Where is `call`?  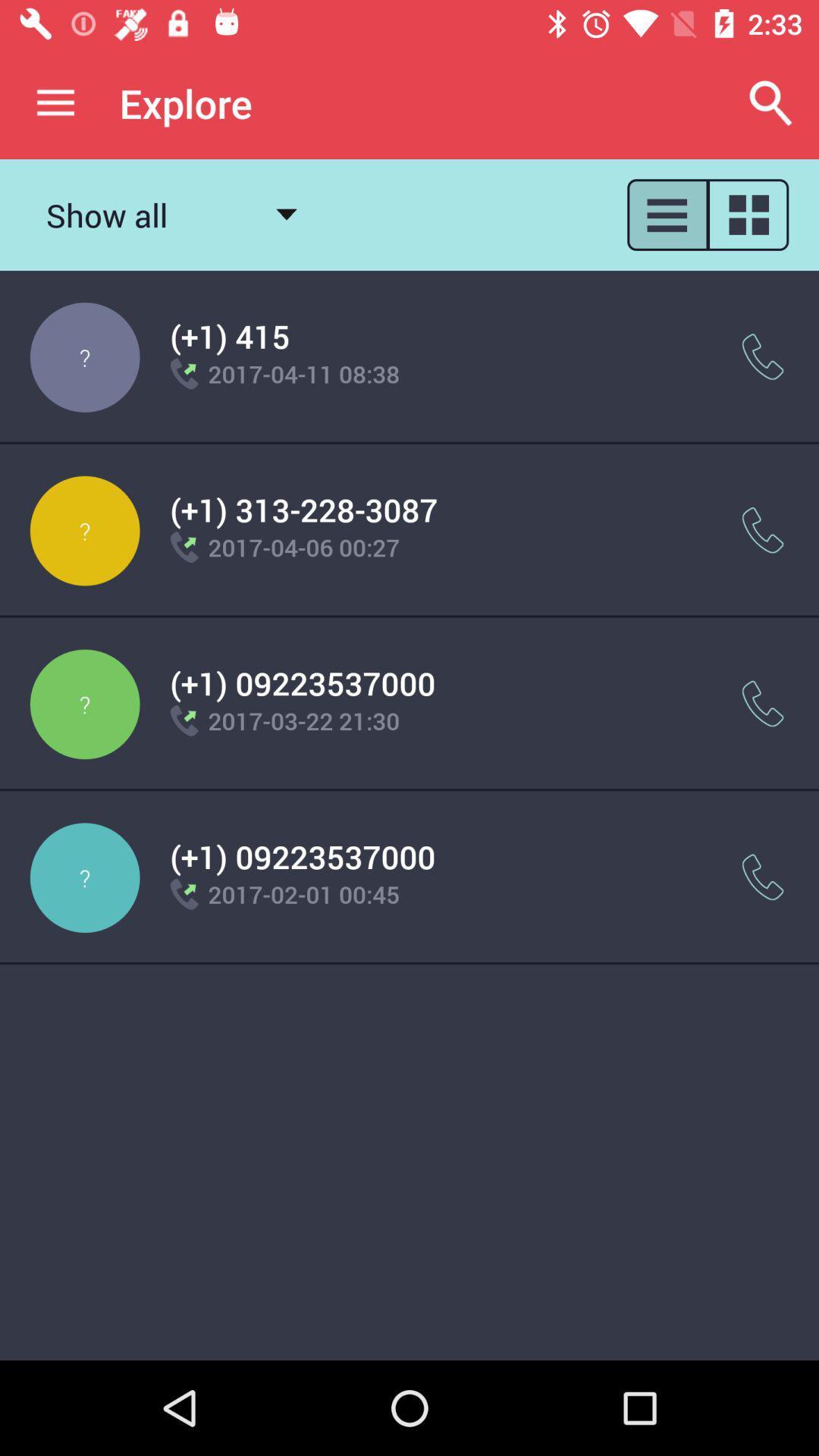
call is located at coordinates (763, 703).